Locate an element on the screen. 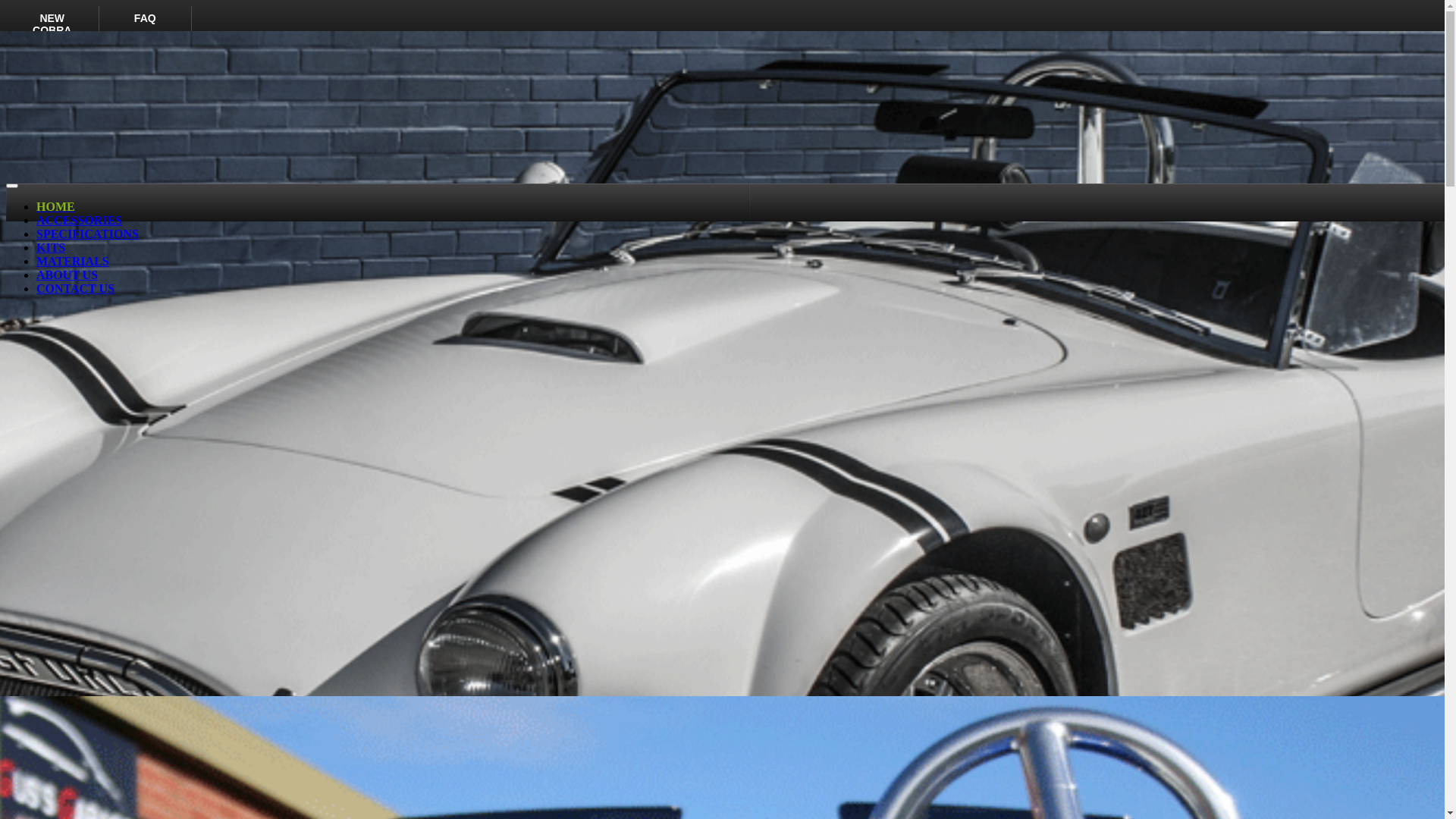  'KITS' is located at coordinates (36, 246).